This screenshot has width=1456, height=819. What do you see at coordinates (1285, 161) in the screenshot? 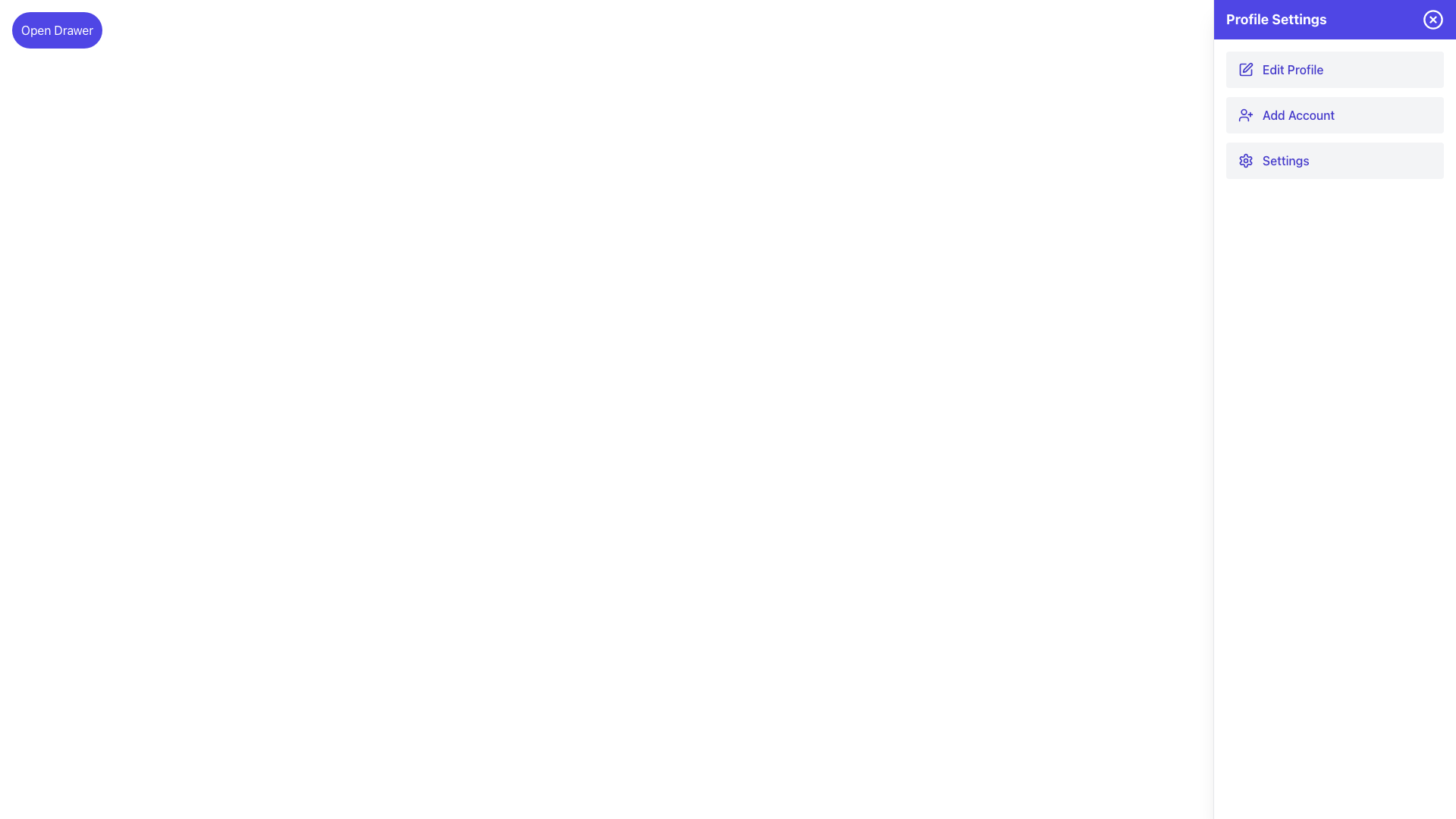
I see `the 'Settings' text label that is part of the third menu option in the 'Profile Settings' section, located below the 'Add Account' option` at bounding box center [1285, 161].